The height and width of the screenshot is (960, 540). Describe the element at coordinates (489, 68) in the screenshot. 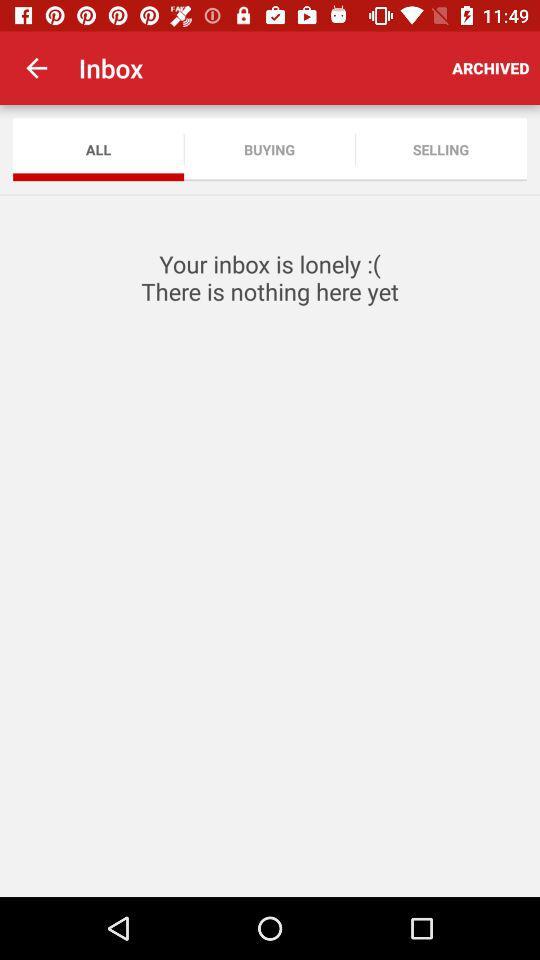

I see `the item next to inbox icon` at that location.